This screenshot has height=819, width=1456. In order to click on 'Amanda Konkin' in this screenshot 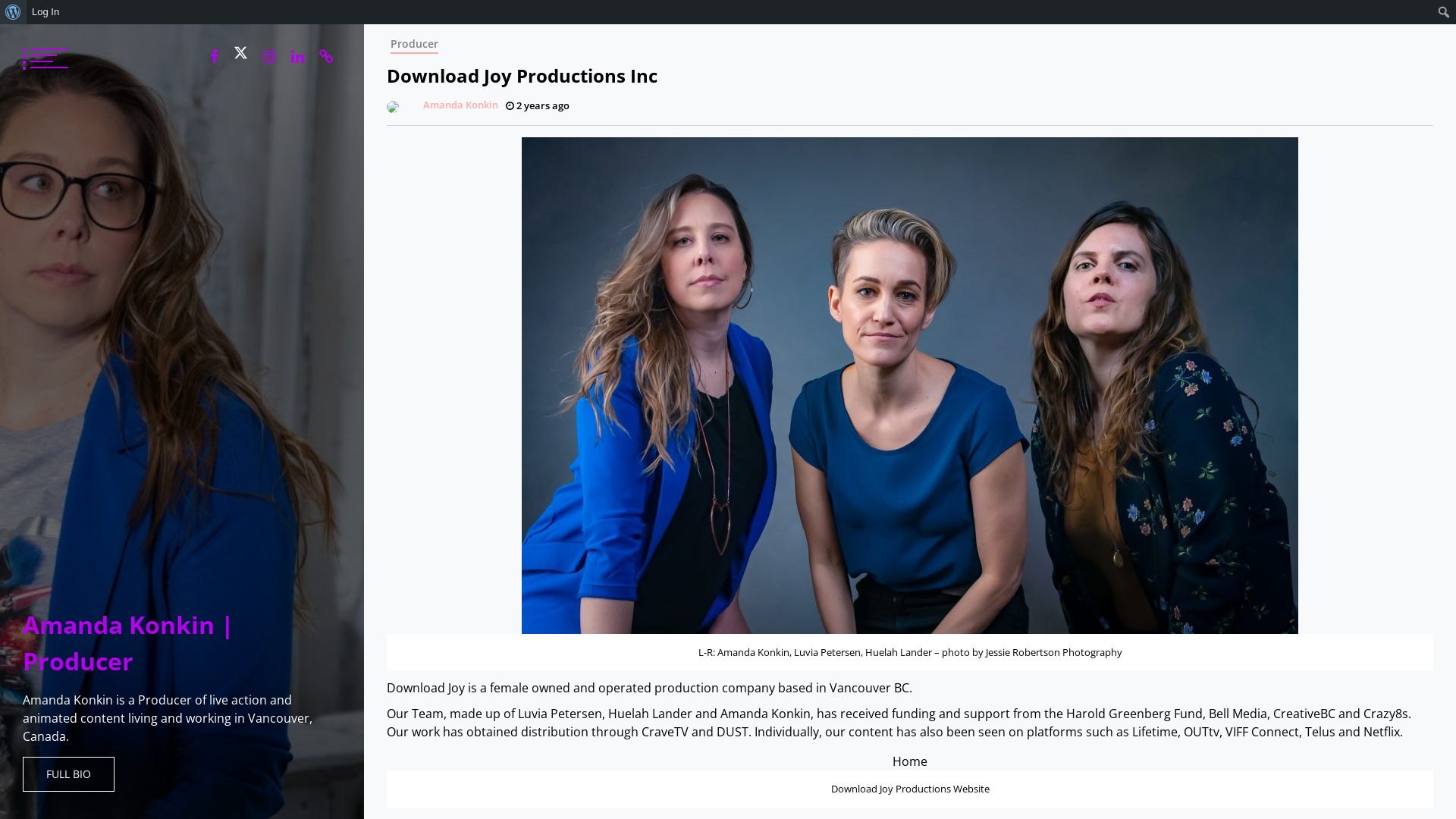, I will do `click(382, 104)`.